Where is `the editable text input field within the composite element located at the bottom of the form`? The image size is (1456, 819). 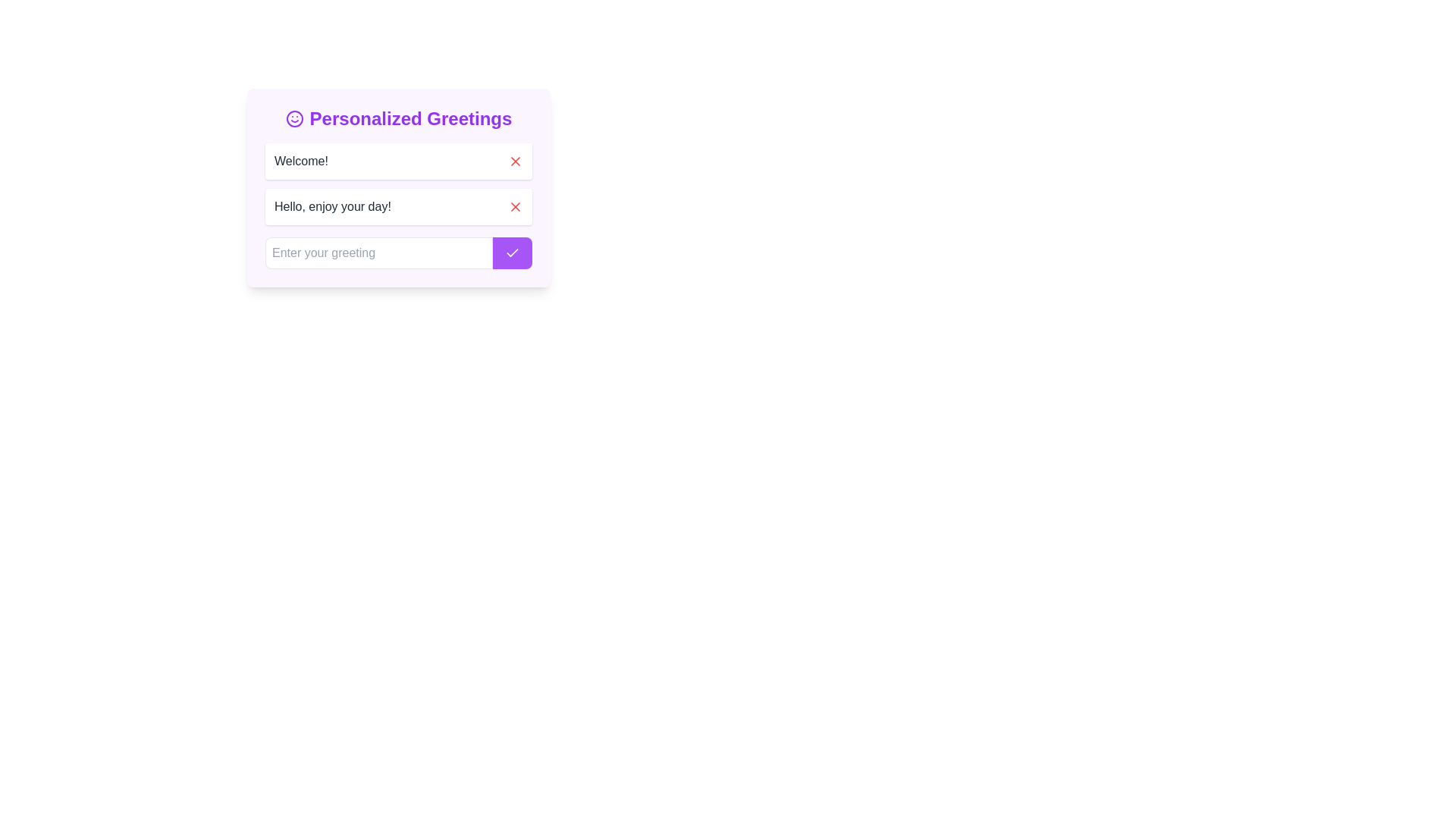
the editable text input field within the composite element located at the bottom of the form is located at coordinates (399, 253).